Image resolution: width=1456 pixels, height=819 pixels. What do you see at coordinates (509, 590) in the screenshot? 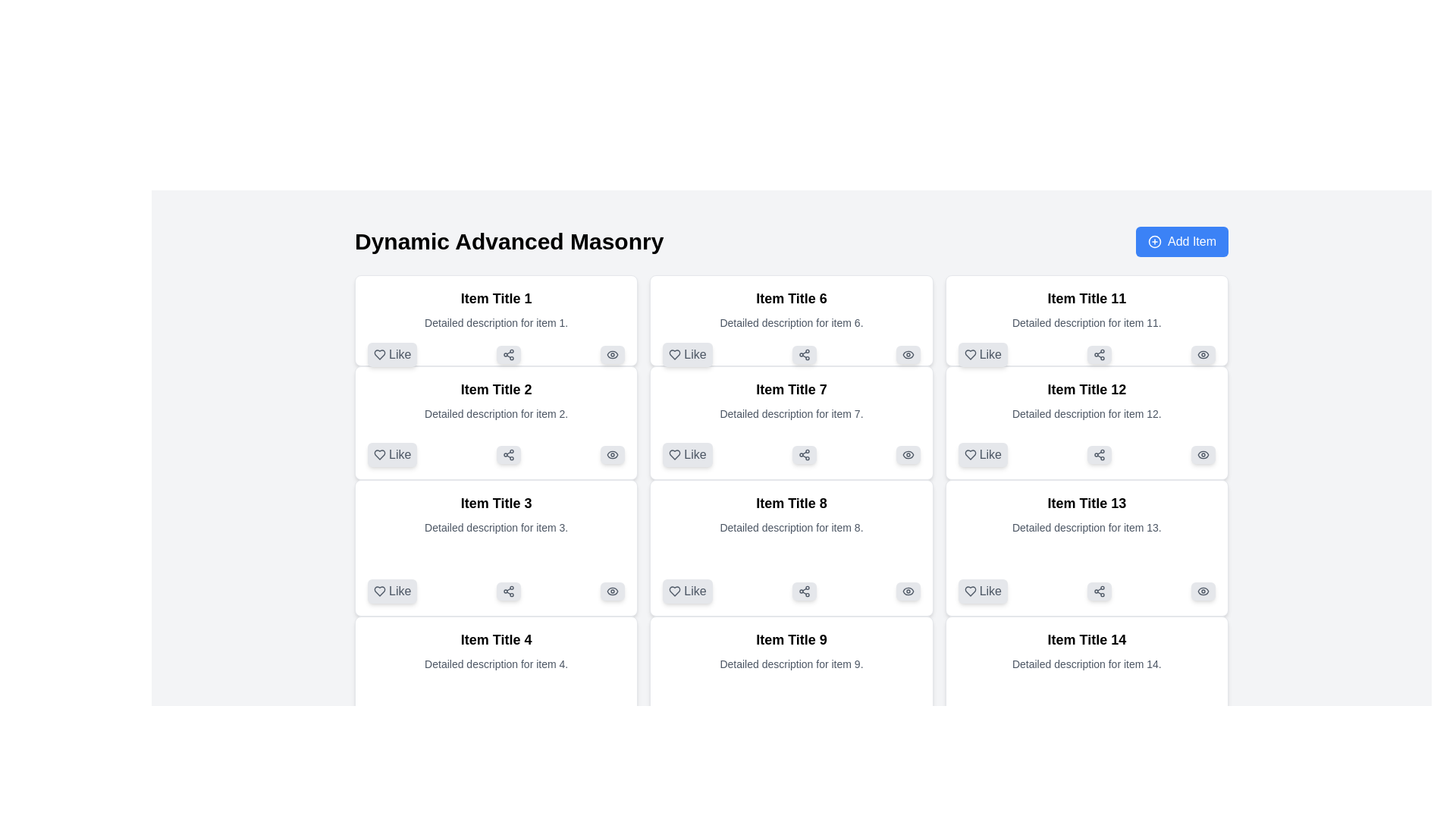
I see `the share button located at the bottom-right corner of the 'Item Title 3' card in the masonry grid layout` at bounding box center [509, 590].